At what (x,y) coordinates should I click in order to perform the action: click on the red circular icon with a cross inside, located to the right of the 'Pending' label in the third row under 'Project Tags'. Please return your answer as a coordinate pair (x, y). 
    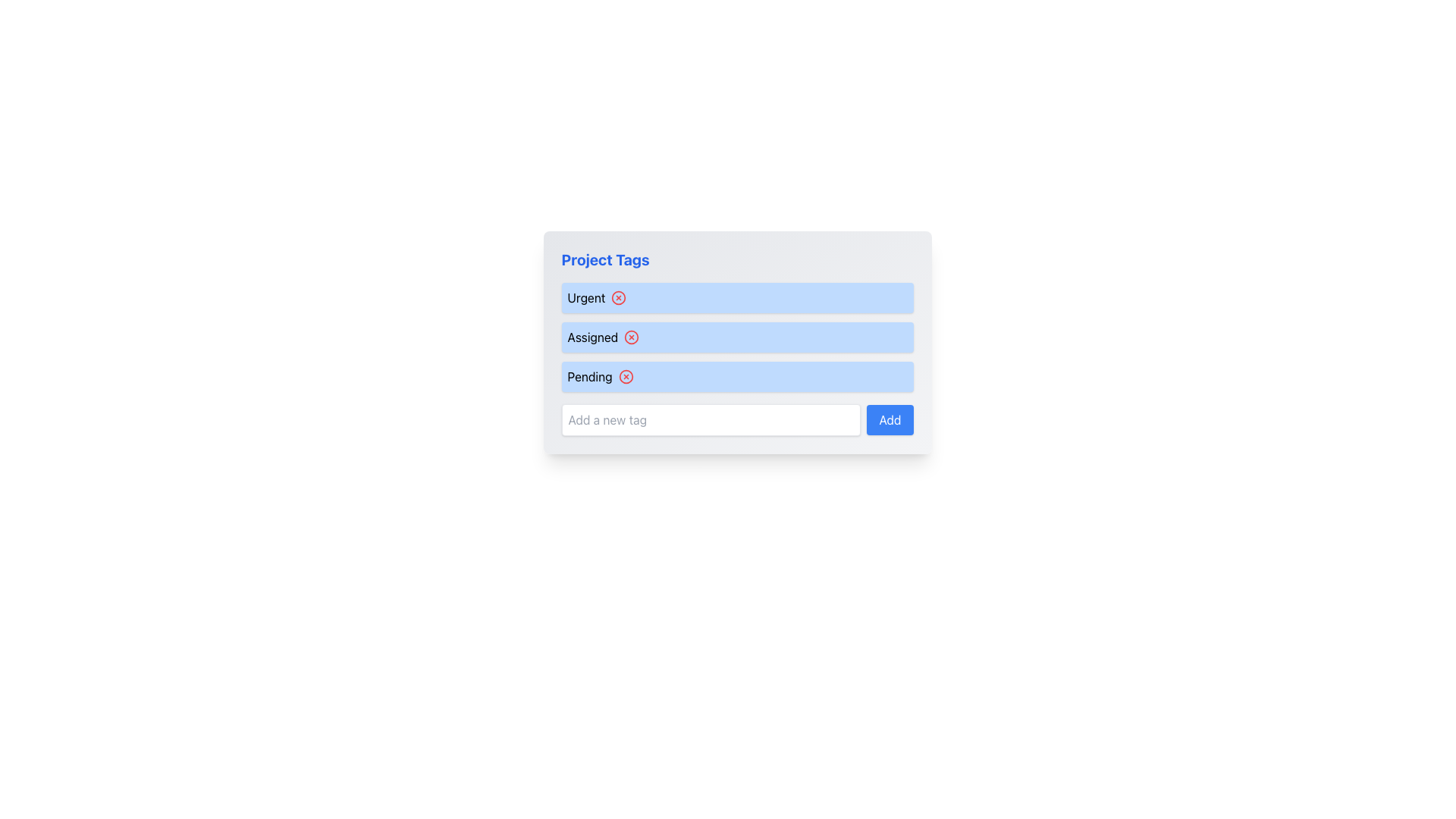
    Looking at the image, I should click on (626, 376).